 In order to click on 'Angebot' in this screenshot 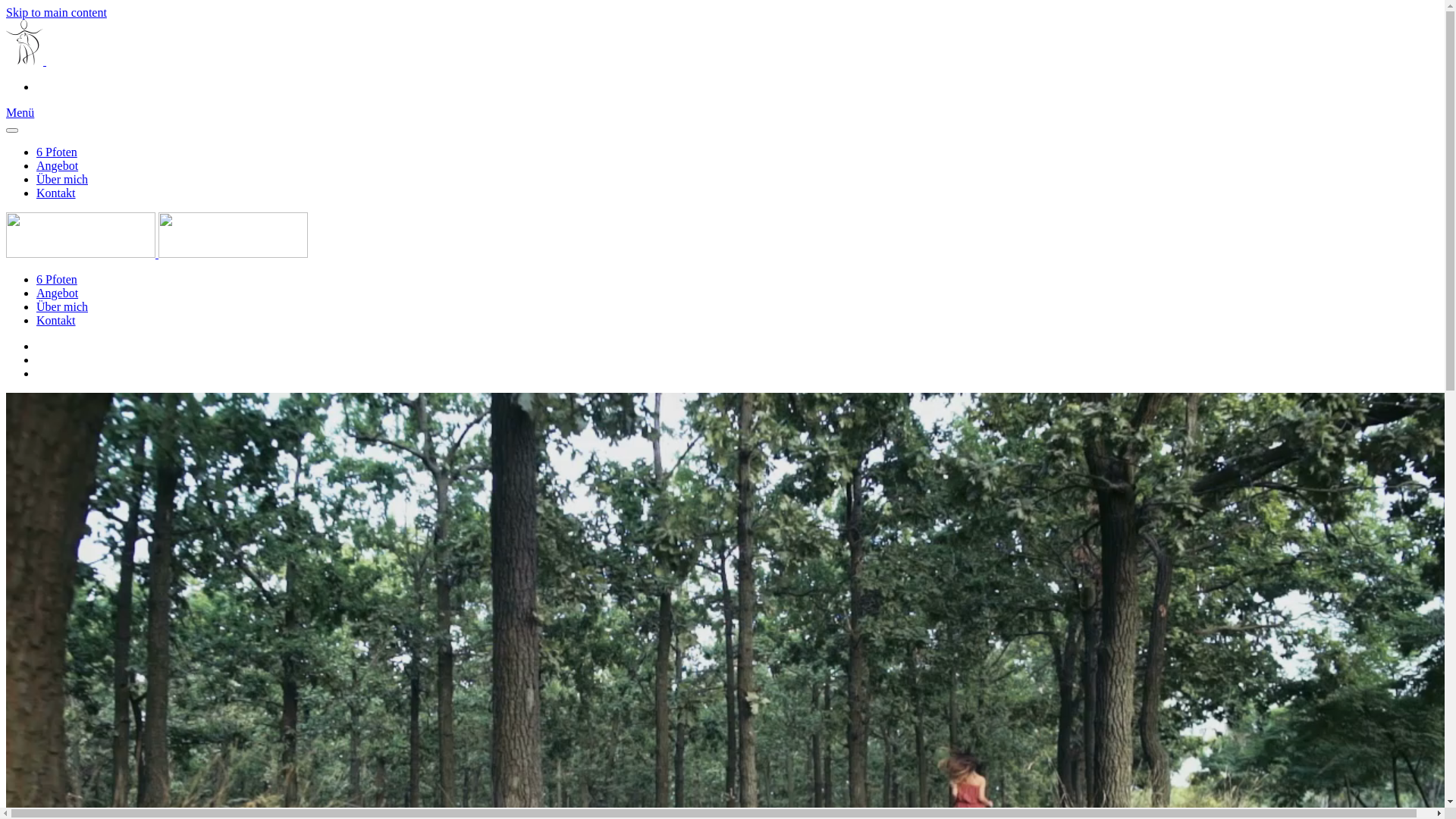, I will do `click(57, 165)`.